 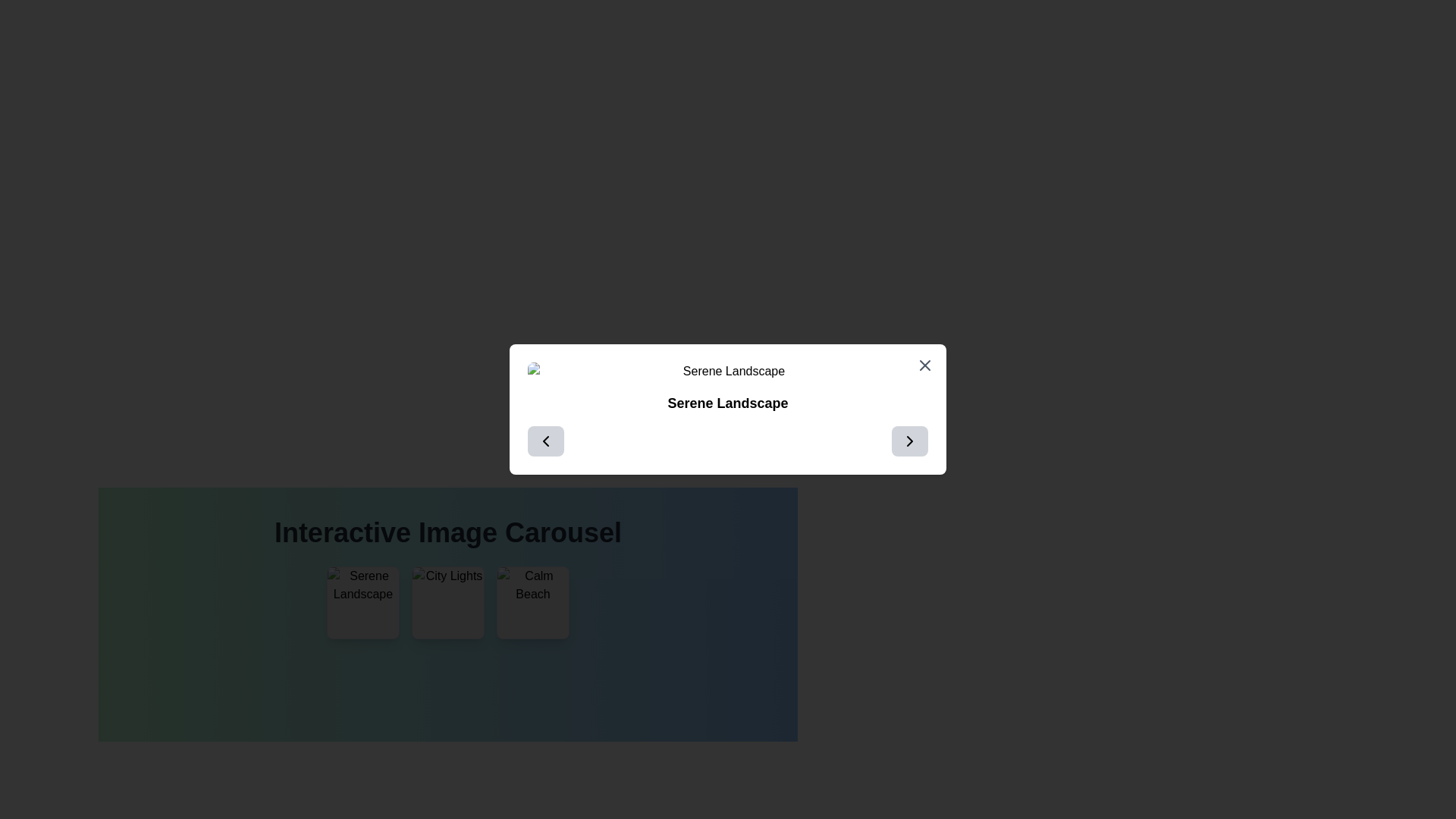 I want to click on the close button located in the top-right corner of the modal dialog, so click(x=924, y=366).